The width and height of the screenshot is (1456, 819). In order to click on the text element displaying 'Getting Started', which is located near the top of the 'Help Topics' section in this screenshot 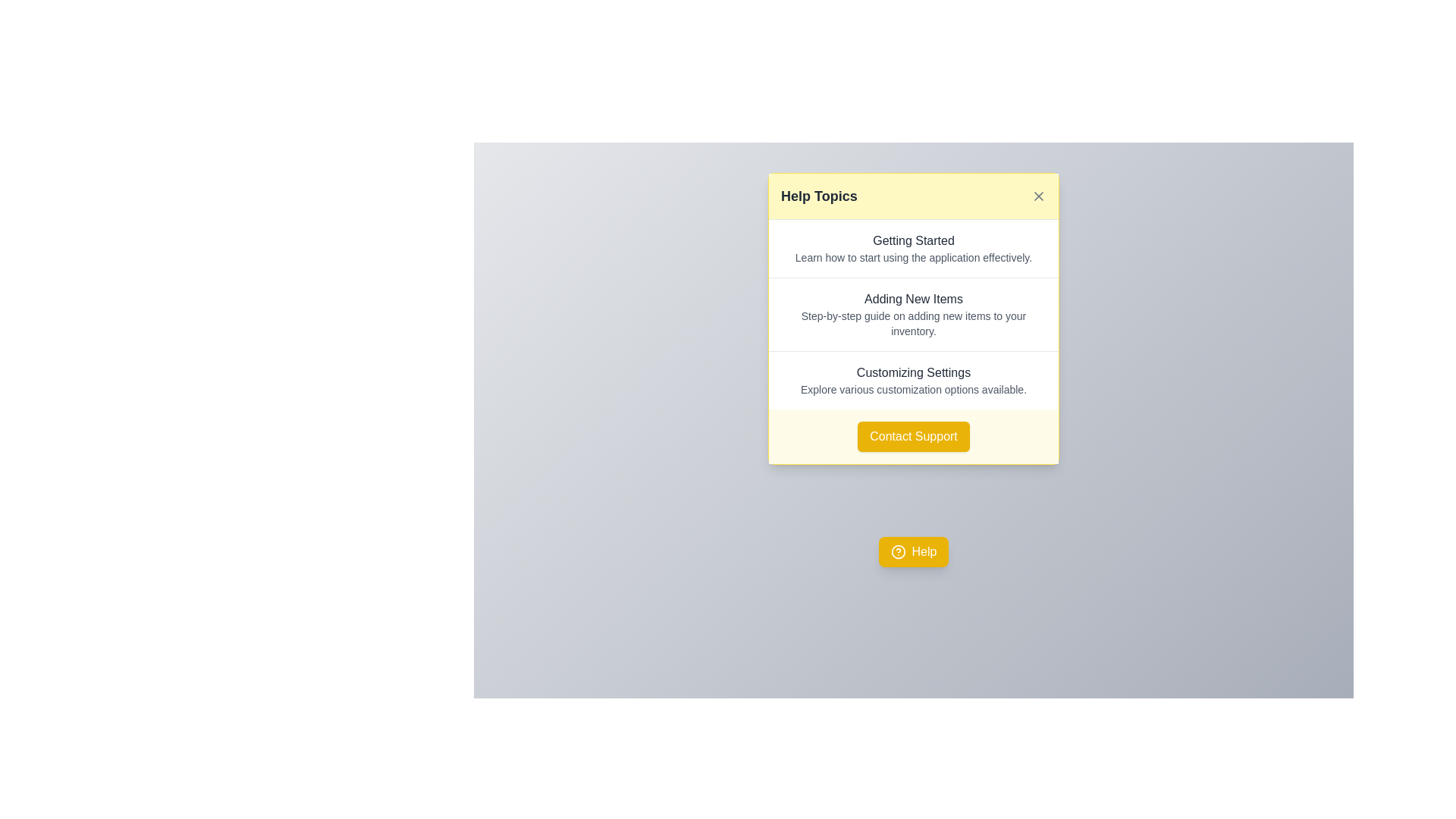, I will do `click(912, 240)`.